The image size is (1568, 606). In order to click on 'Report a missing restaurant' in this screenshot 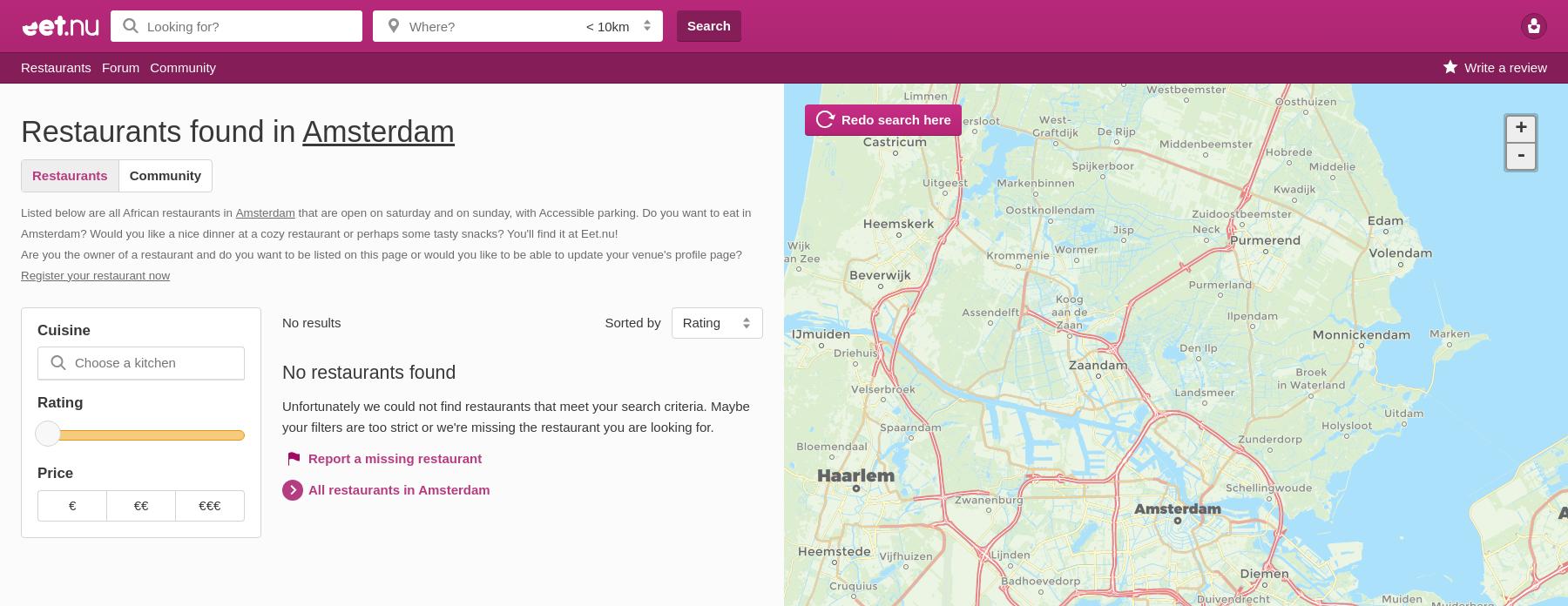, I will do `click(394, 458)`.